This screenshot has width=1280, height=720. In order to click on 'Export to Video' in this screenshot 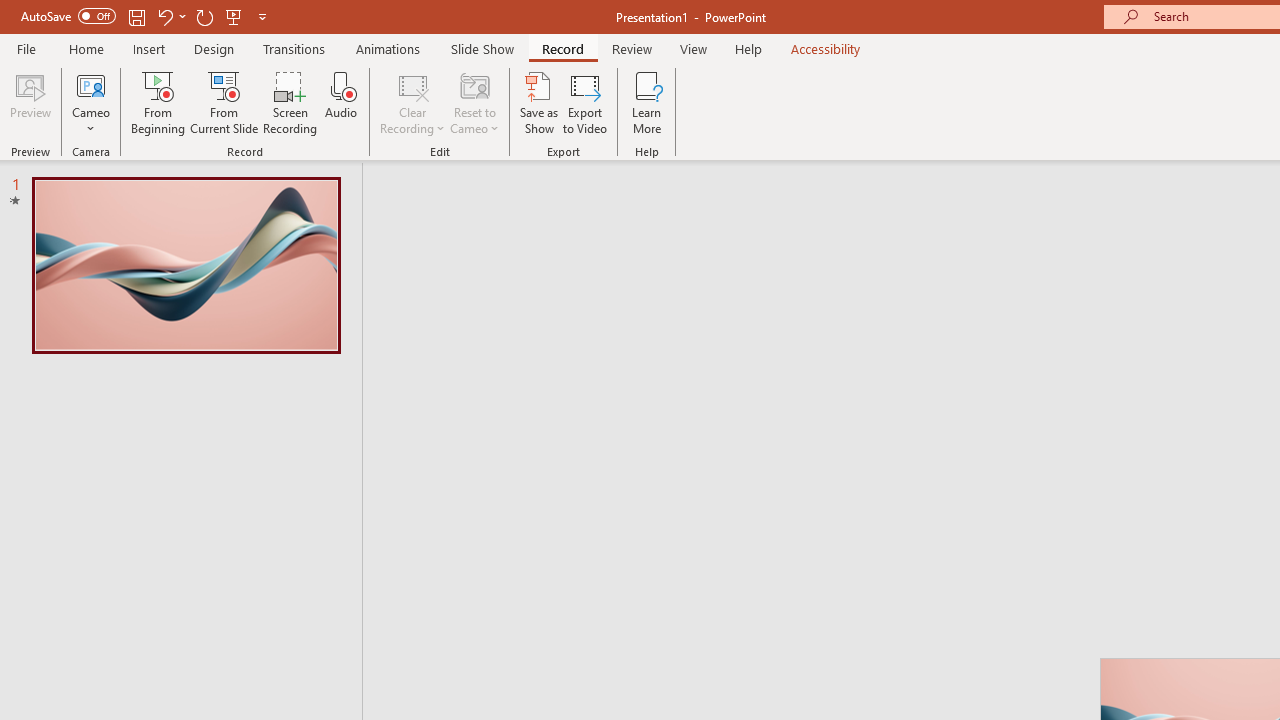, I will do `click(584, 103)`.